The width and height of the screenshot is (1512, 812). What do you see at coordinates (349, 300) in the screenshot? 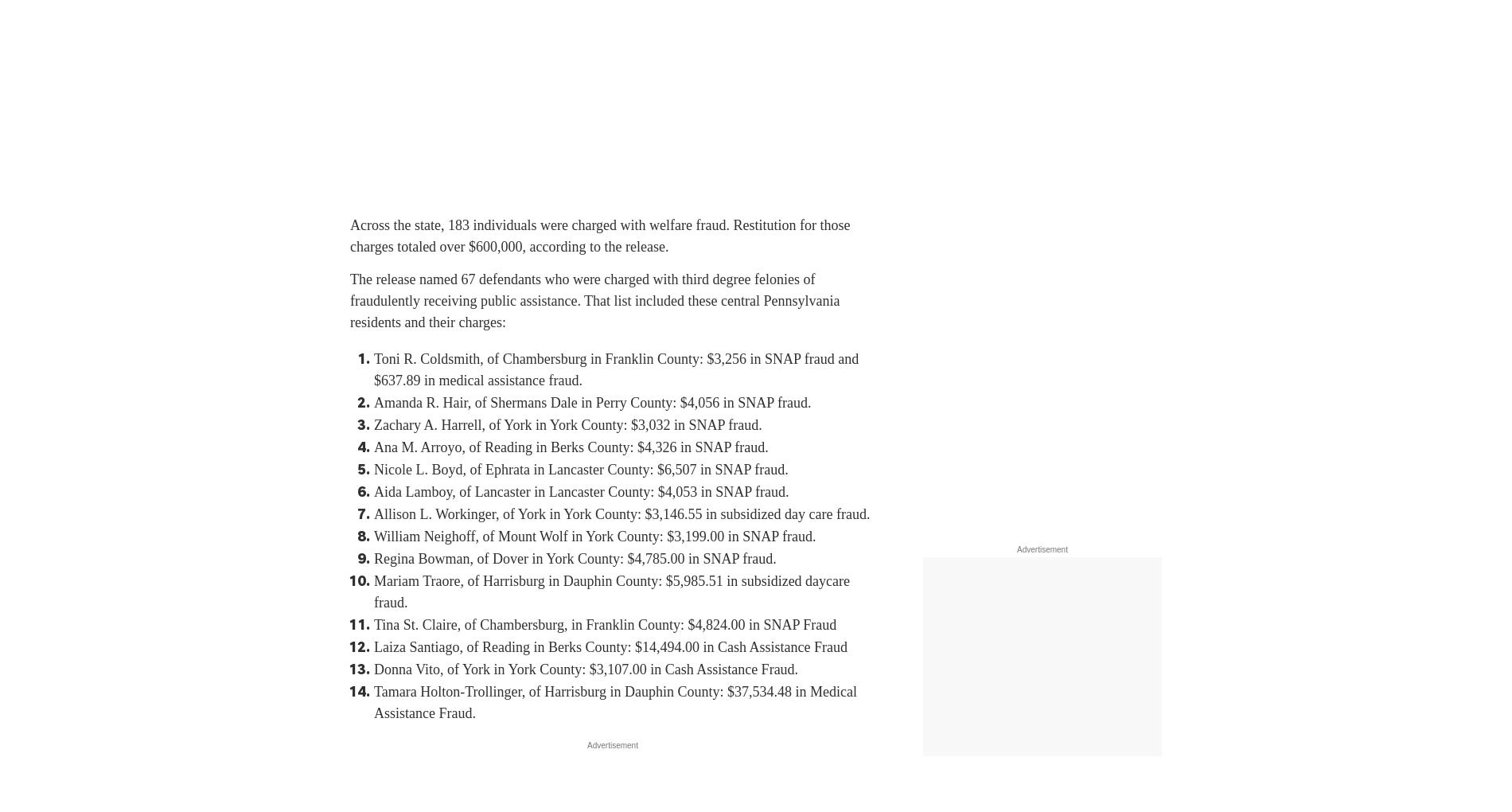
I see `'The release named 67 defendants who were charged with third degree felonies of fraudulently receiving public assistance. That list included these central Pennsylvania residents and their charges:'` at bounding box center [349, 300].